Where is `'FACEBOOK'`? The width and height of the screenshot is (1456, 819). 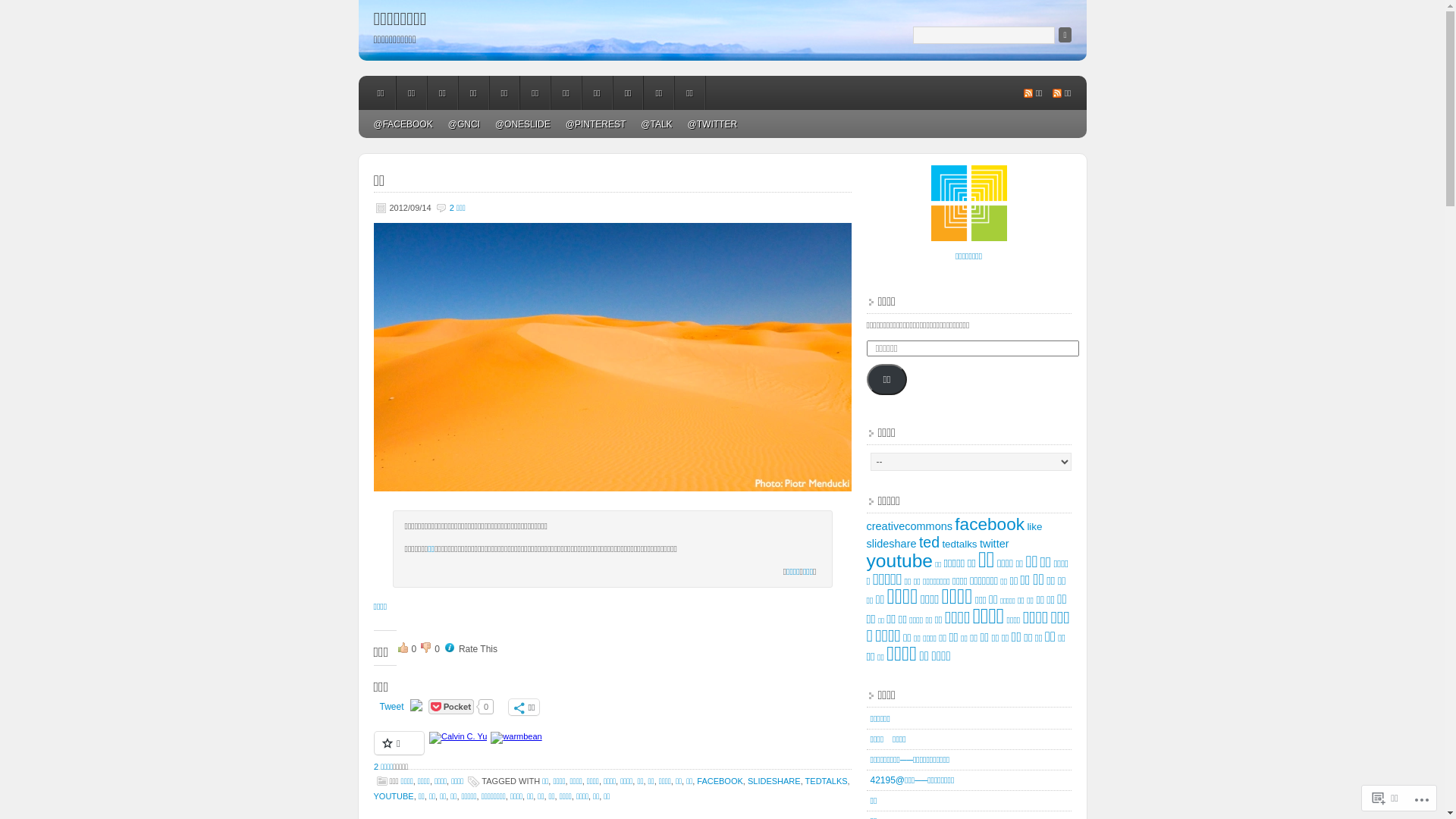
'FACEBOOK' is located at coordinates (719, 780).